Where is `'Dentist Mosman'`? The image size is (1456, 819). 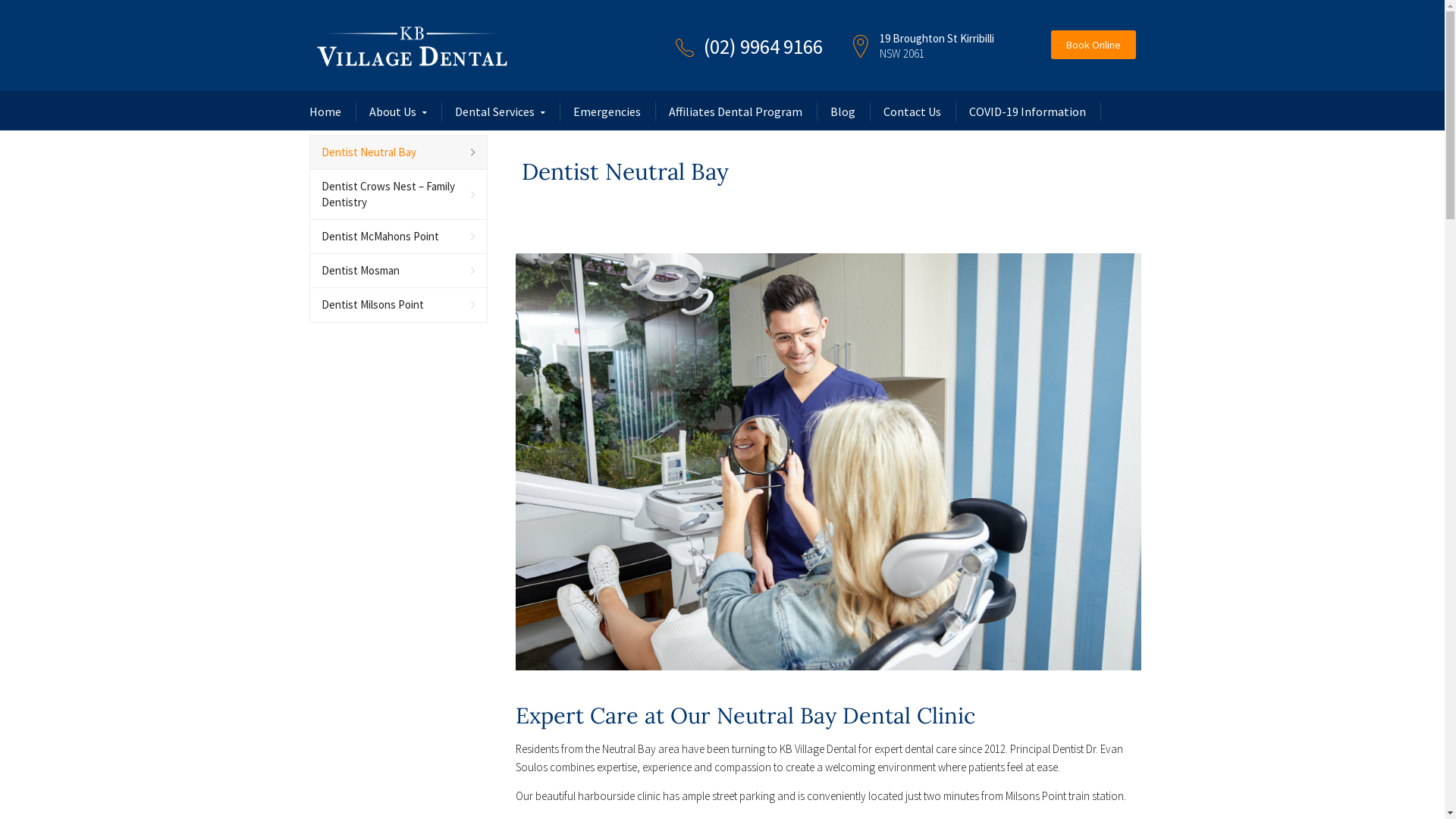
'Dentist Mosman' is located at coordinates (309, 270).